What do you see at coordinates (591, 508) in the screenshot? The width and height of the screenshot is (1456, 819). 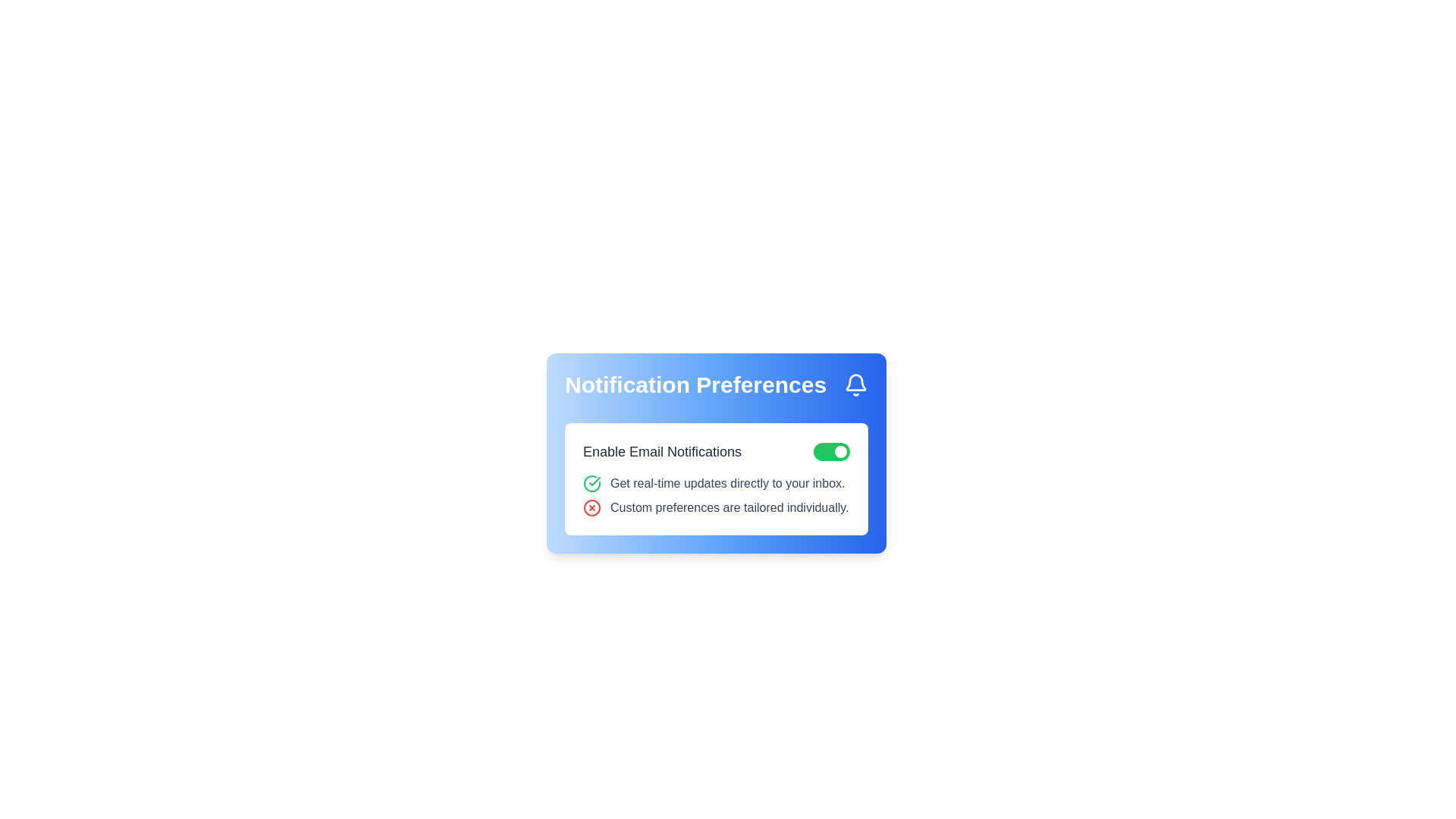 I see `the circular dismiss icon located at the bottom left of the notification preferences dialog, which serves as a visual component for dismissing messages or notifications` at bounding box center [591, 508].